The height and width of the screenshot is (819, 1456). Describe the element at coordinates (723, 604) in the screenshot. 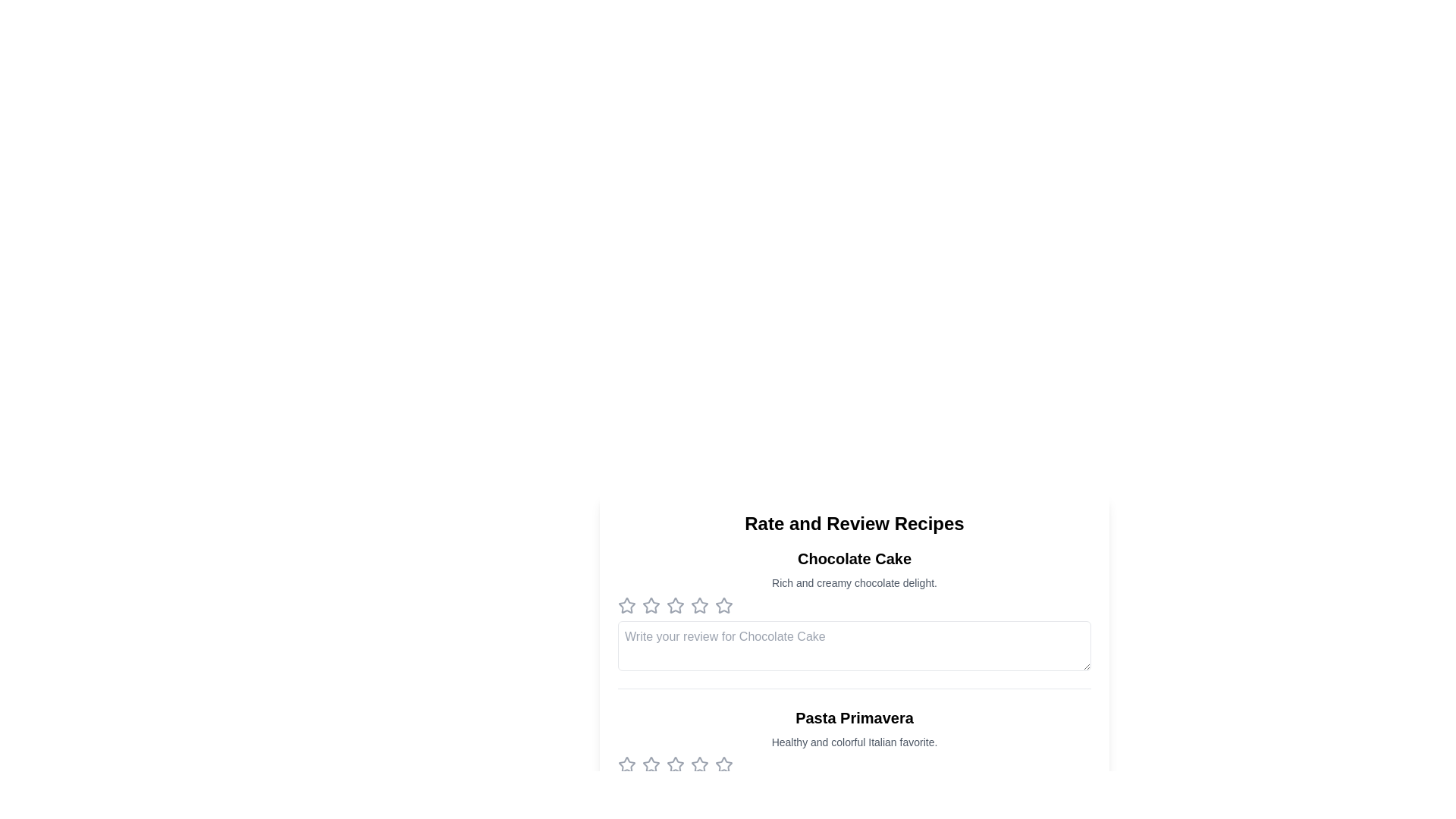

I see `the fifth star in the horizontal row of rating stars below the 'Chocolate Cake' title to rate the recipe` at that location.